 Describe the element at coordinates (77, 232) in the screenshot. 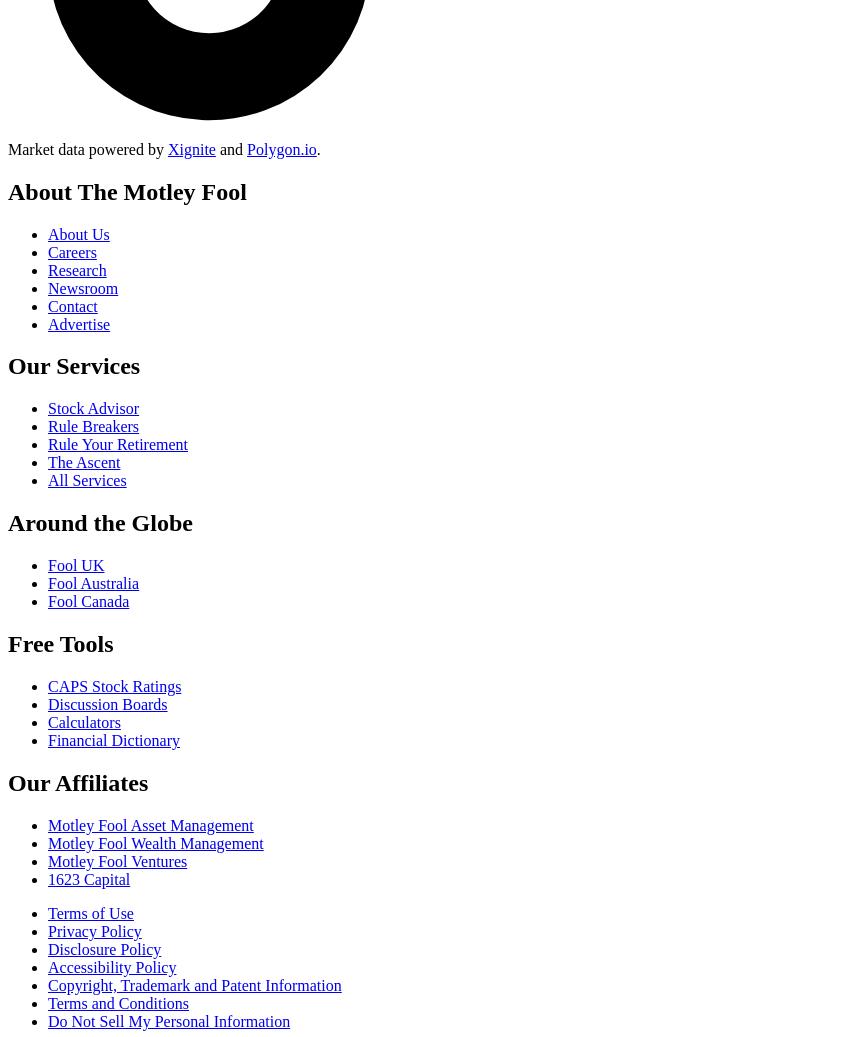

I see `'About Us'` at that location.